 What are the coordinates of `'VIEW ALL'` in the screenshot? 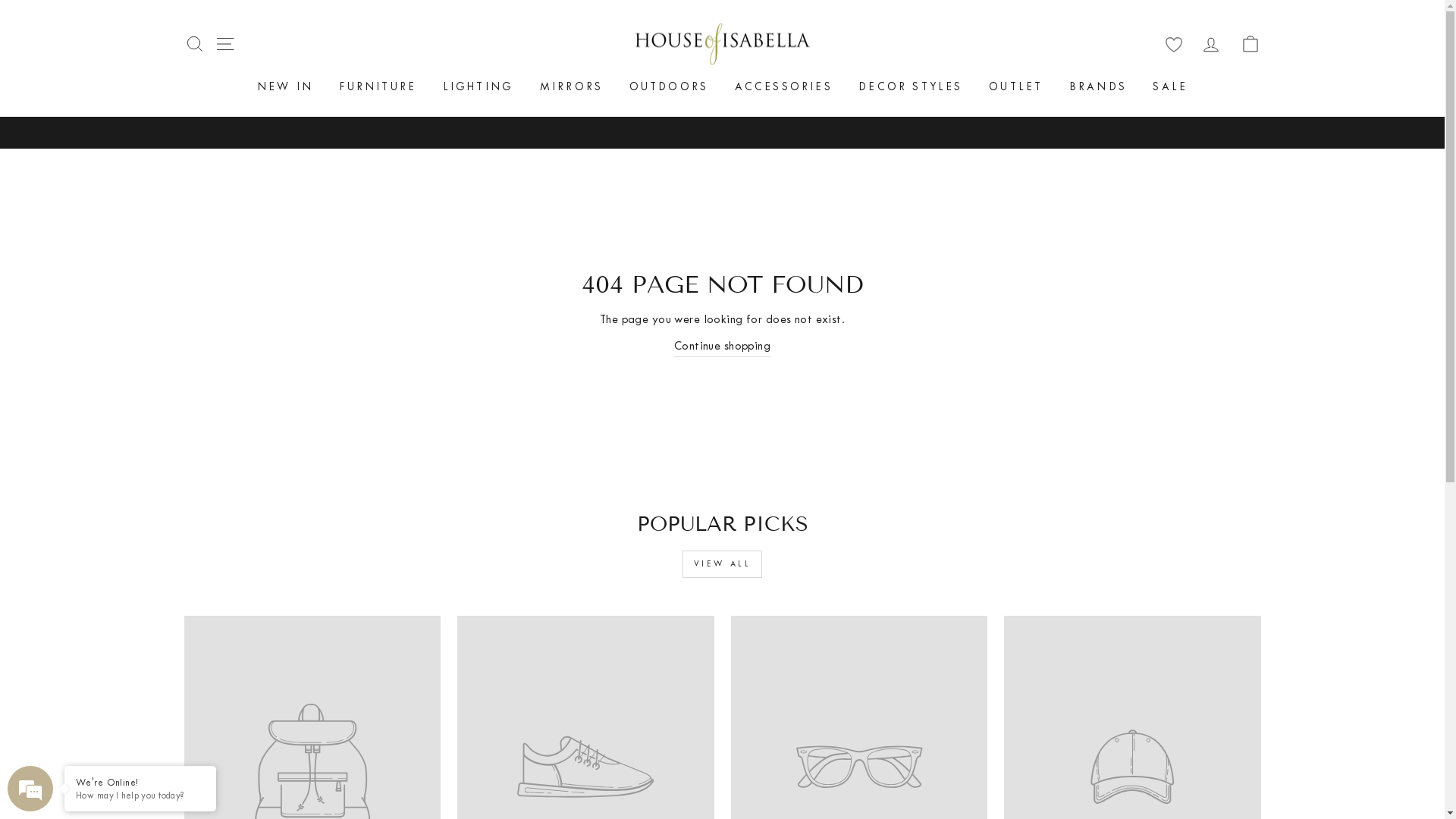 It's located at (722, 563).